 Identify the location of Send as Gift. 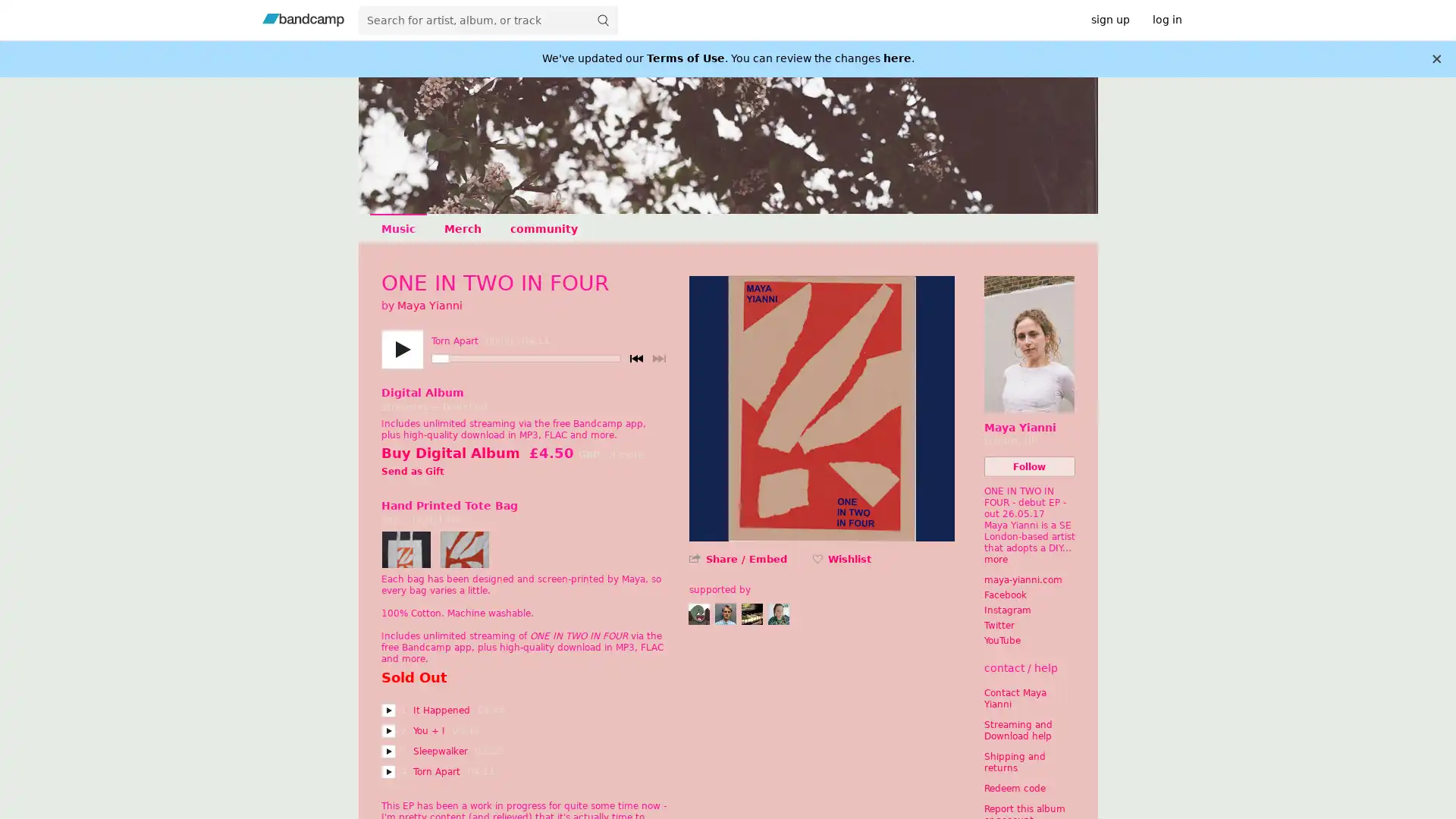
(412, 472).